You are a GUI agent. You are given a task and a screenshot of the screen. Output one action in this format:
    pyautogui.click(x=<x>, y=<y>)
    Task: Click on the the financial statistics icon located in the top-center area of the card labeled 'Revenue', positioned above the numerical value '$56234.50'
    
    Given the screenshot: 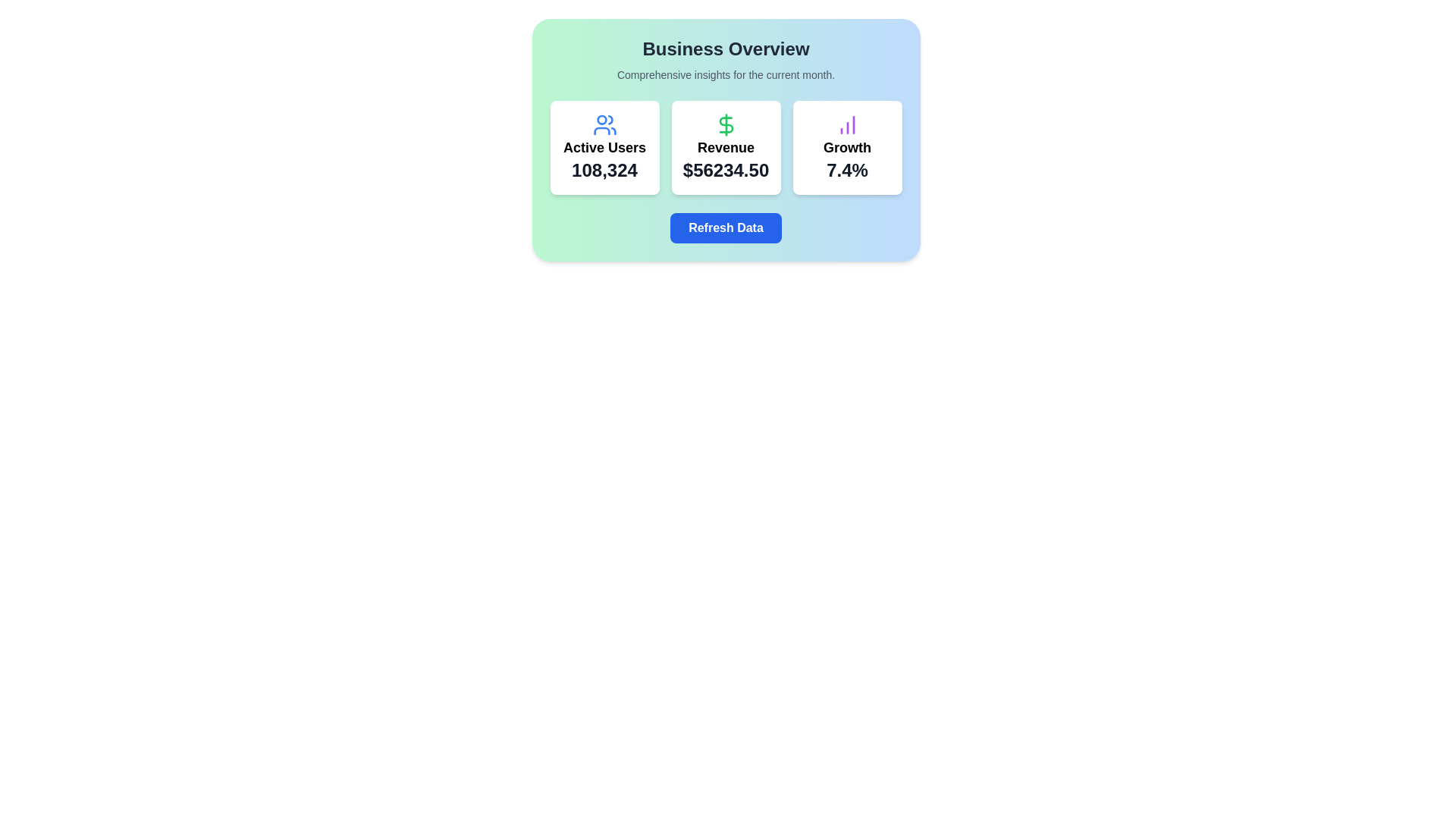 What is the action you would take?
    pyautogui.click(x=725, y=124)
    